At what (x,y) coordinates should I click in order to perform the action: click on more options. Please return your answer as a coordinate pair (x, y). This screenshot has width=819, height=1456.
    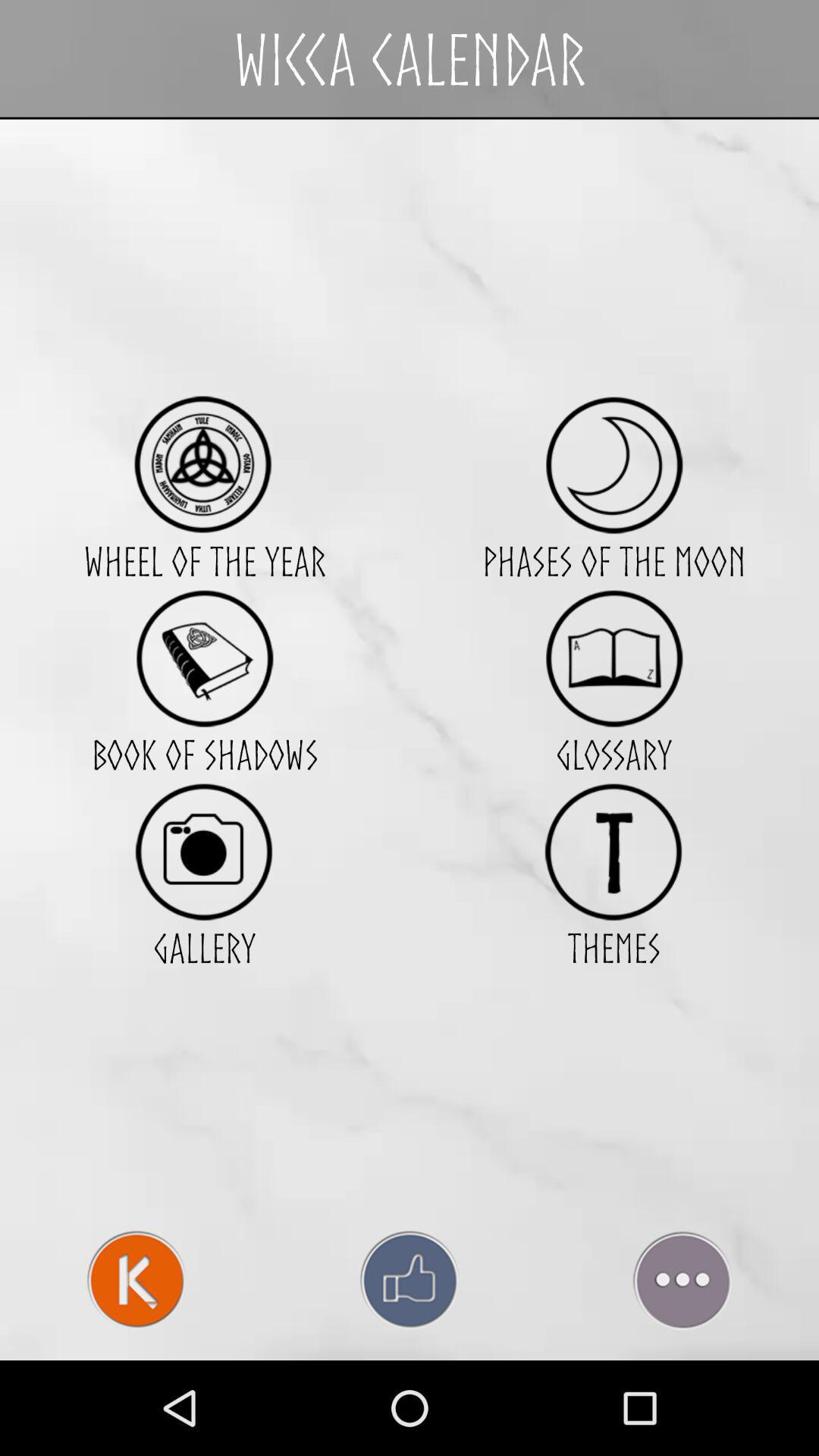
    Looking at the image, I should click on (681, 1279).